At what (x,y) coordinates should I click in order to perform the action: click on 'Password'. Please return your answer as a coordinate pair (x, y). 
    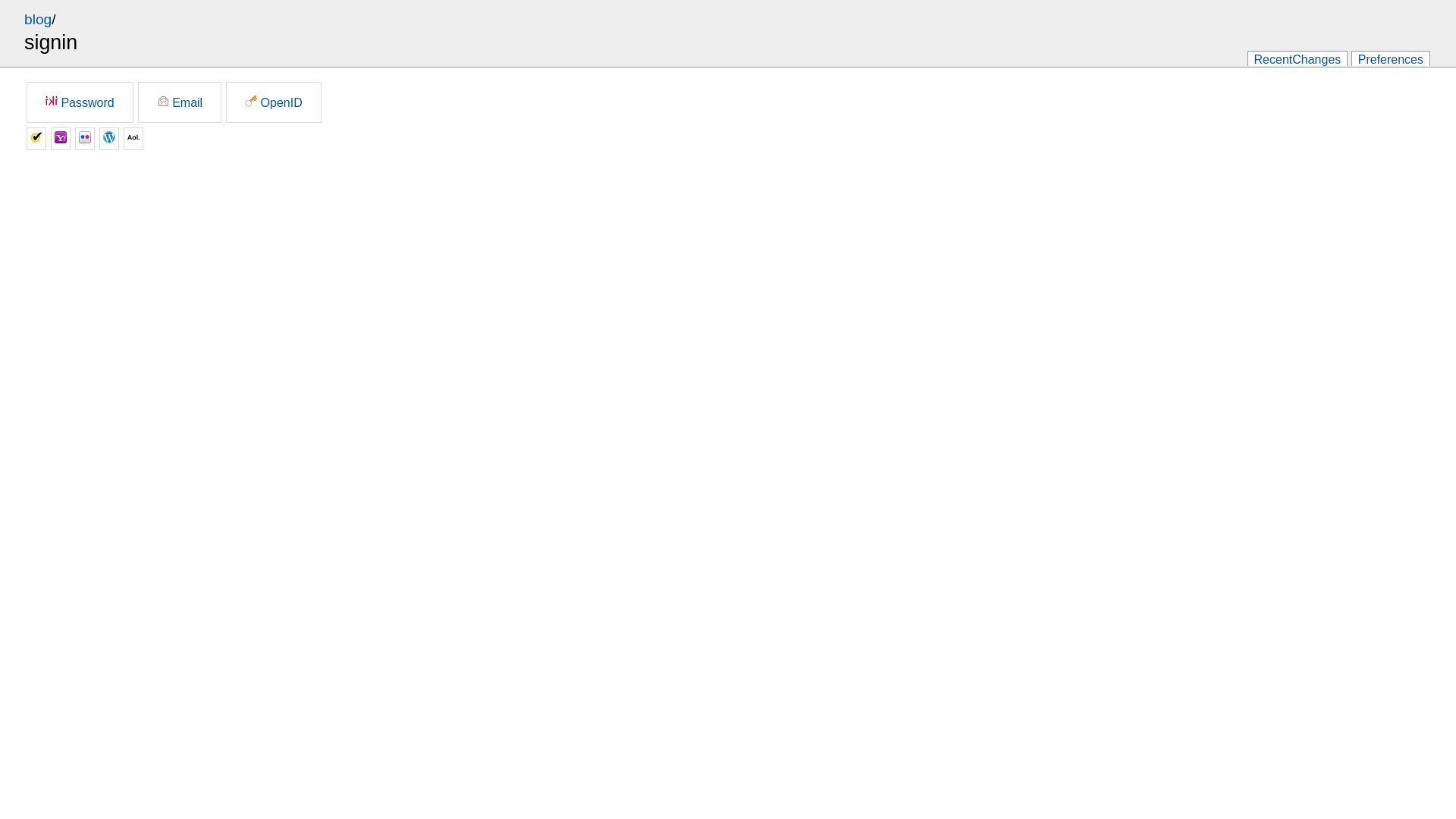
    Looking at the image, I should click on (79, 102).